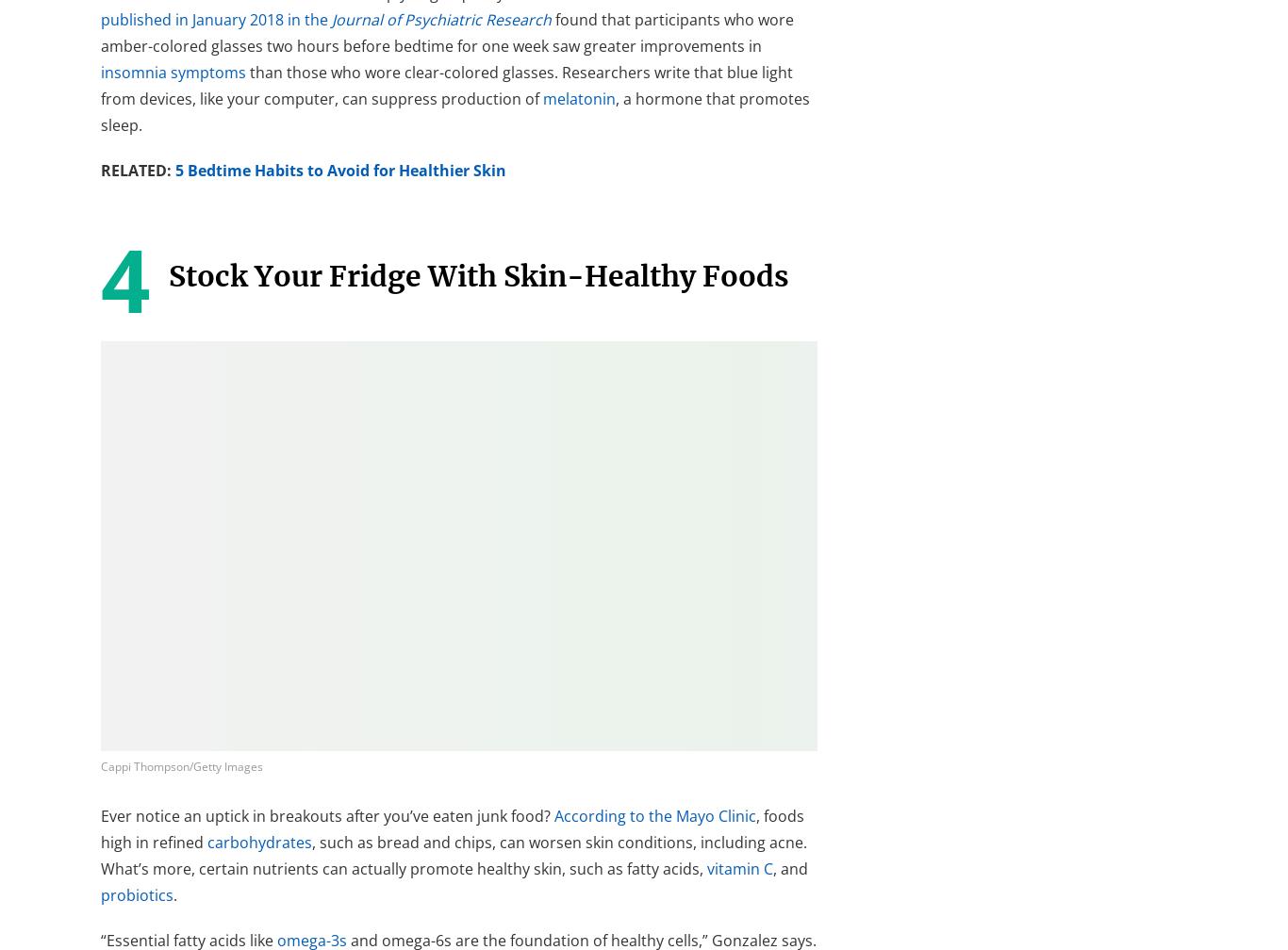  What do you see at coordinates (100, 85) in the screenshot?
I see `'than those who wore clear-colored glasses. Researchers write that blue light from devices, like your computer, can suppress production of'` at bounding box center [100, 85].